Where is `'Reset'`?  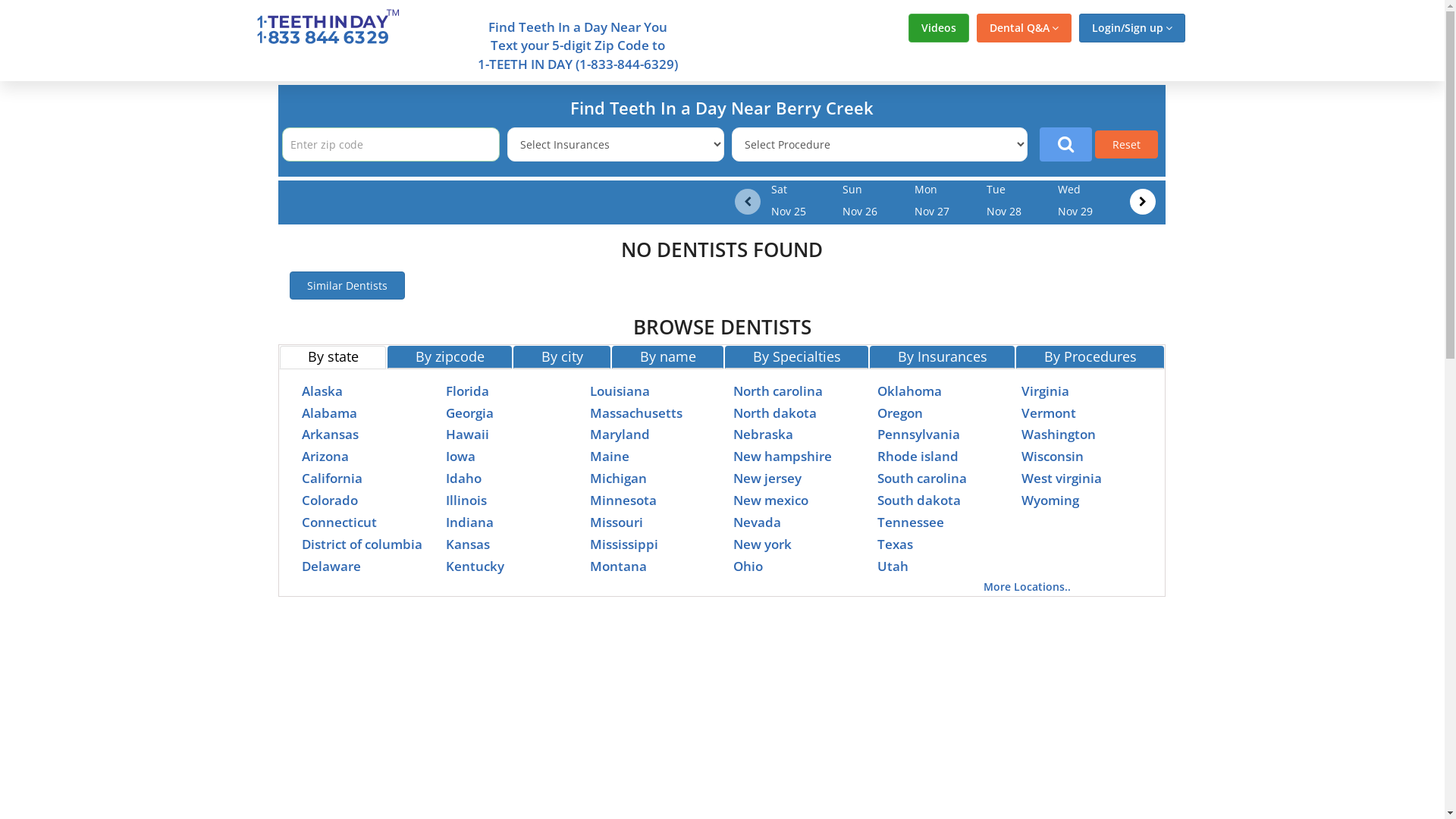 'Reset' is located at coordinates (1126, 144).